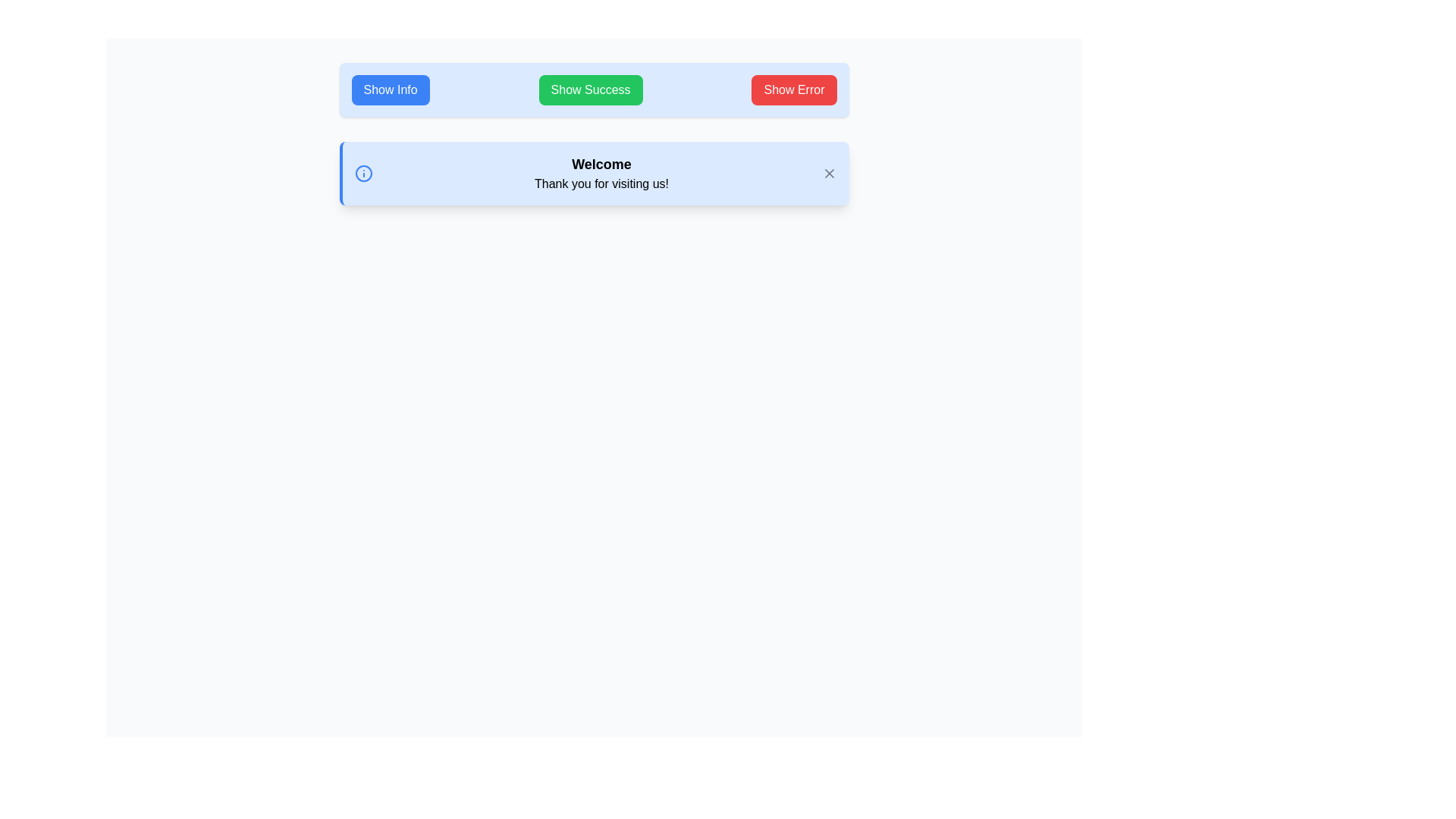 Image resolution: width=1456 pixels, height=819 pixels. I want to click on the circular element with a blue outline located within the blue information icon, which is to the left of the 'Welcome' text in the notification box, so click(362, 172).